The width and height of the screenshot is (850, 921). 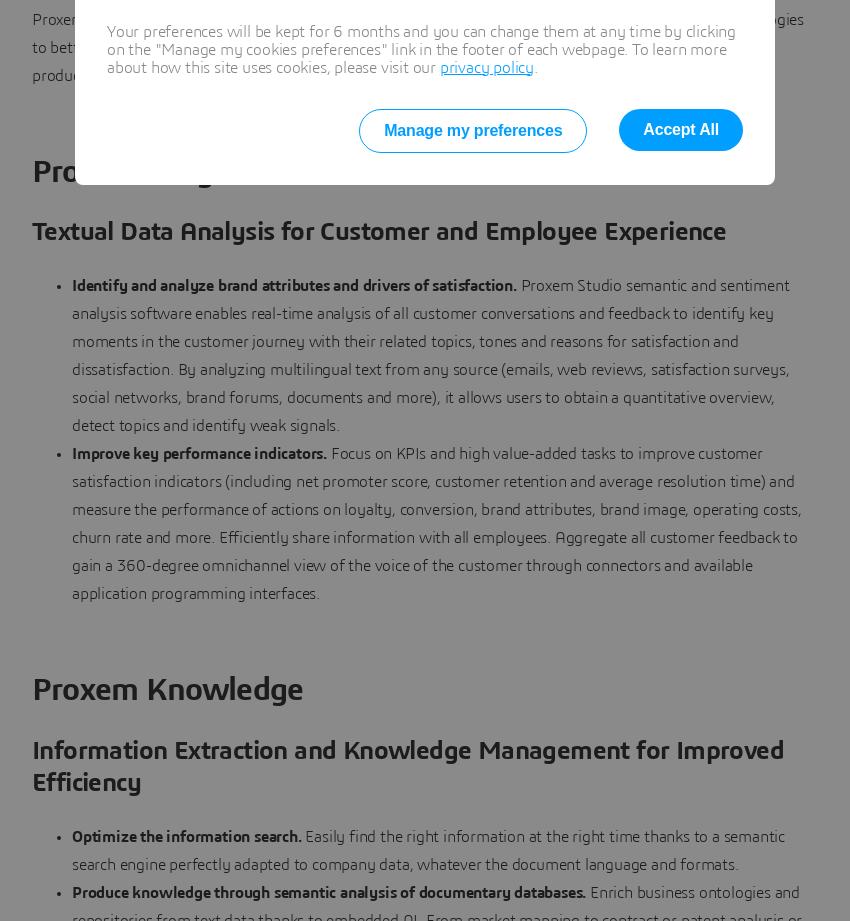 I want to click on 'Optimize the information search.', so click(x=187, y=834).